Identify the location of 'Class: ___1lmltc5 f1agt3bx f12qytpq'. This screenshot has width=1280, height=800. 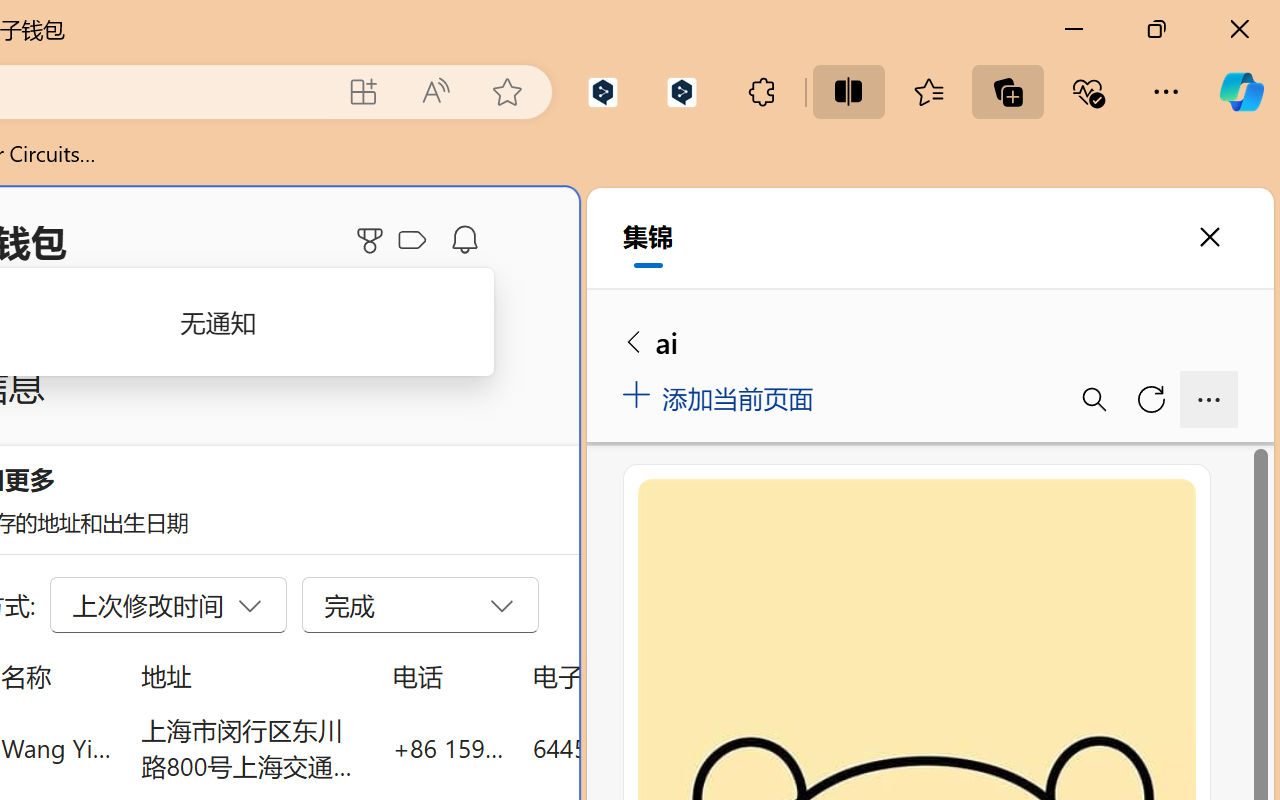
(411, 240).